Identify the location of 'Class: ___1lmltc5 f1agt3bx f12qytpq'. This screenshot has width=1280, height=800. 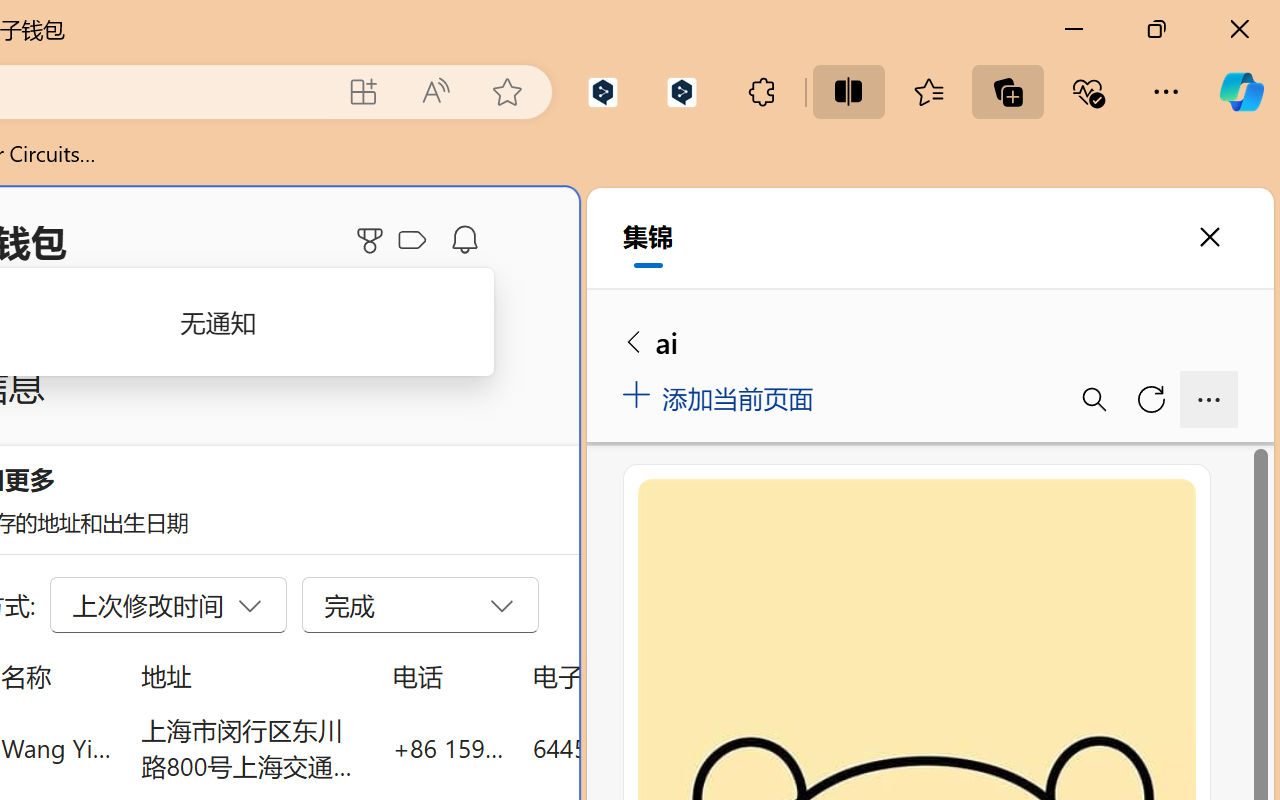
(411, 240).